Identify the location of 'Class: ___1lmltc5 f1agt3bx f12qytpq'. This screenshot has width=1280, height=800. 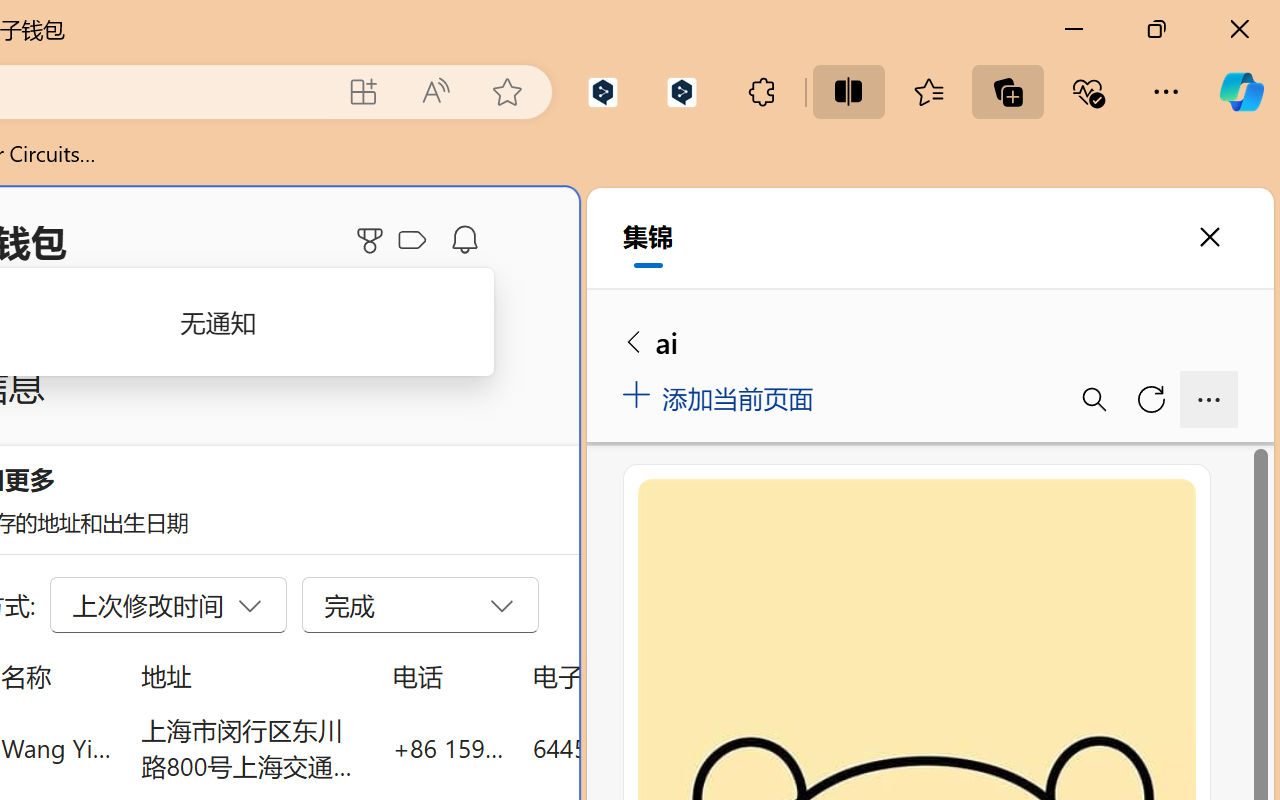
(411, 240).